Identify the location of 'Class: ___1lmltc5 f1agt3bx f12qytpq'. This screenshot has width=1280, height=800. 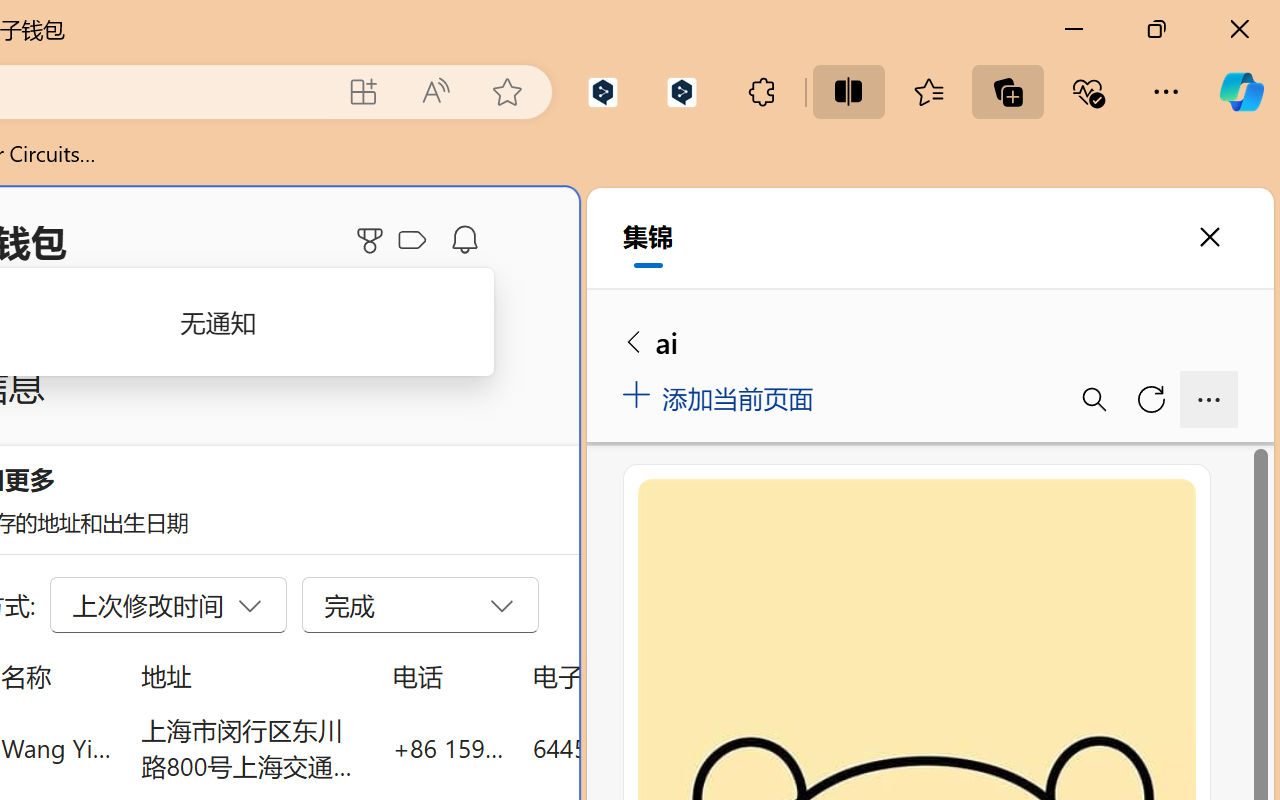
(411, 240).